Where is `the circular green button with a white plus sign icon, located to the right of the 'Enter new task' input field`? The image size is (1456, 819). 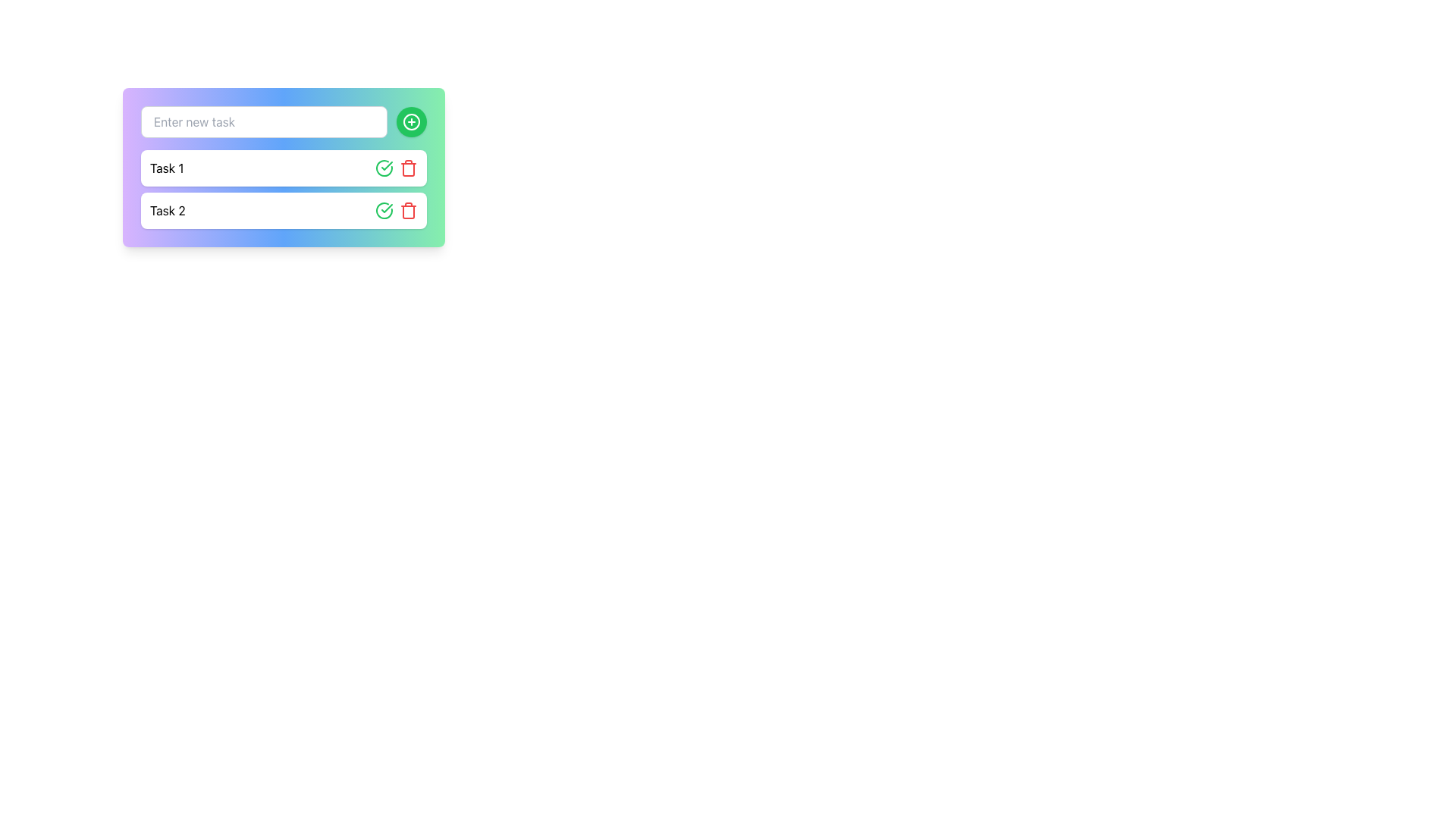 the circular green button with a white plus sign icon, located to the right of the 'Enter new task' input field is located at coordinates (411, 121).